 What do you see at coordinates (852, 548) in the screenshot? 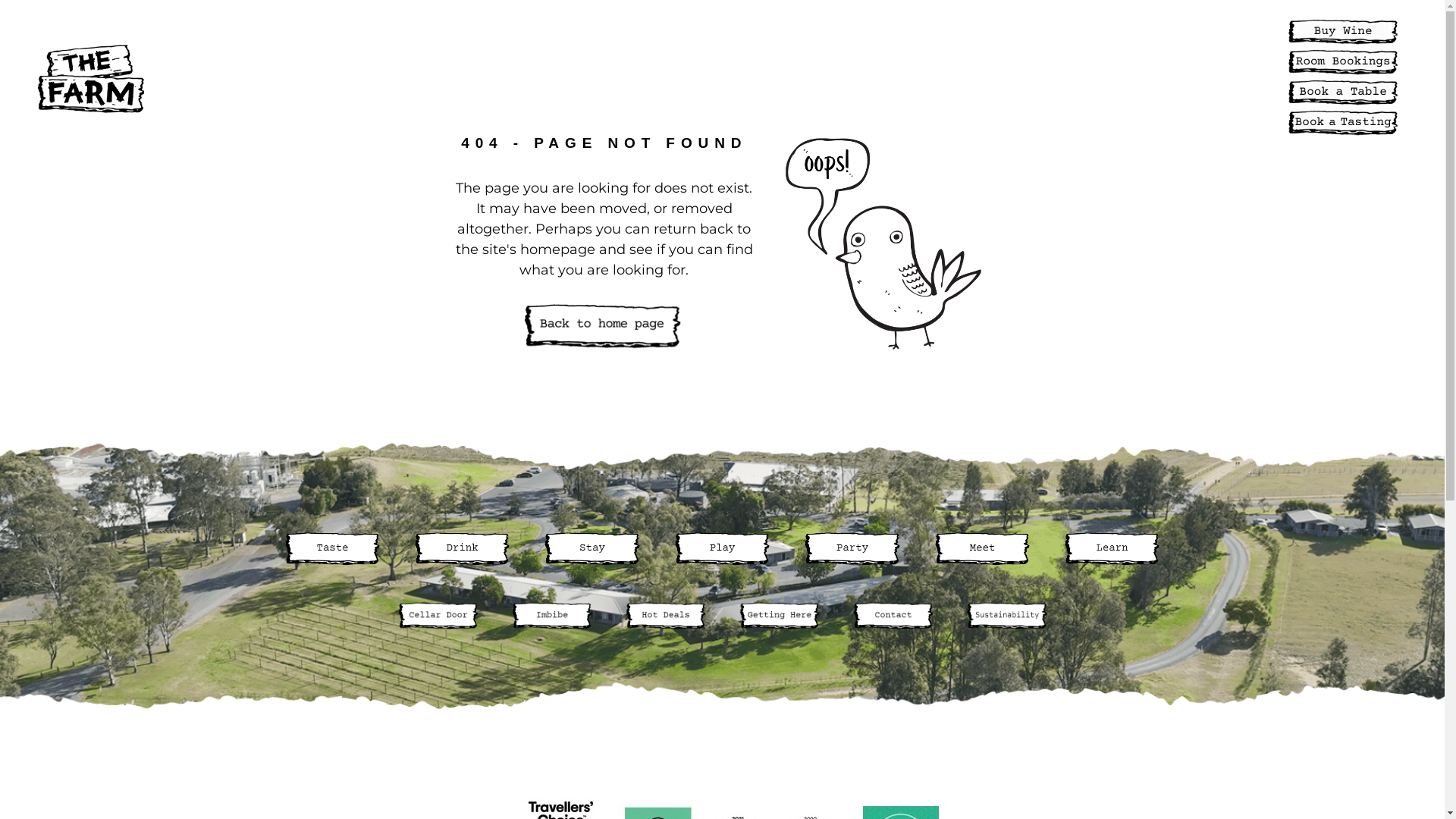
I see `'Party-4'` at bounding box center [852, 548].